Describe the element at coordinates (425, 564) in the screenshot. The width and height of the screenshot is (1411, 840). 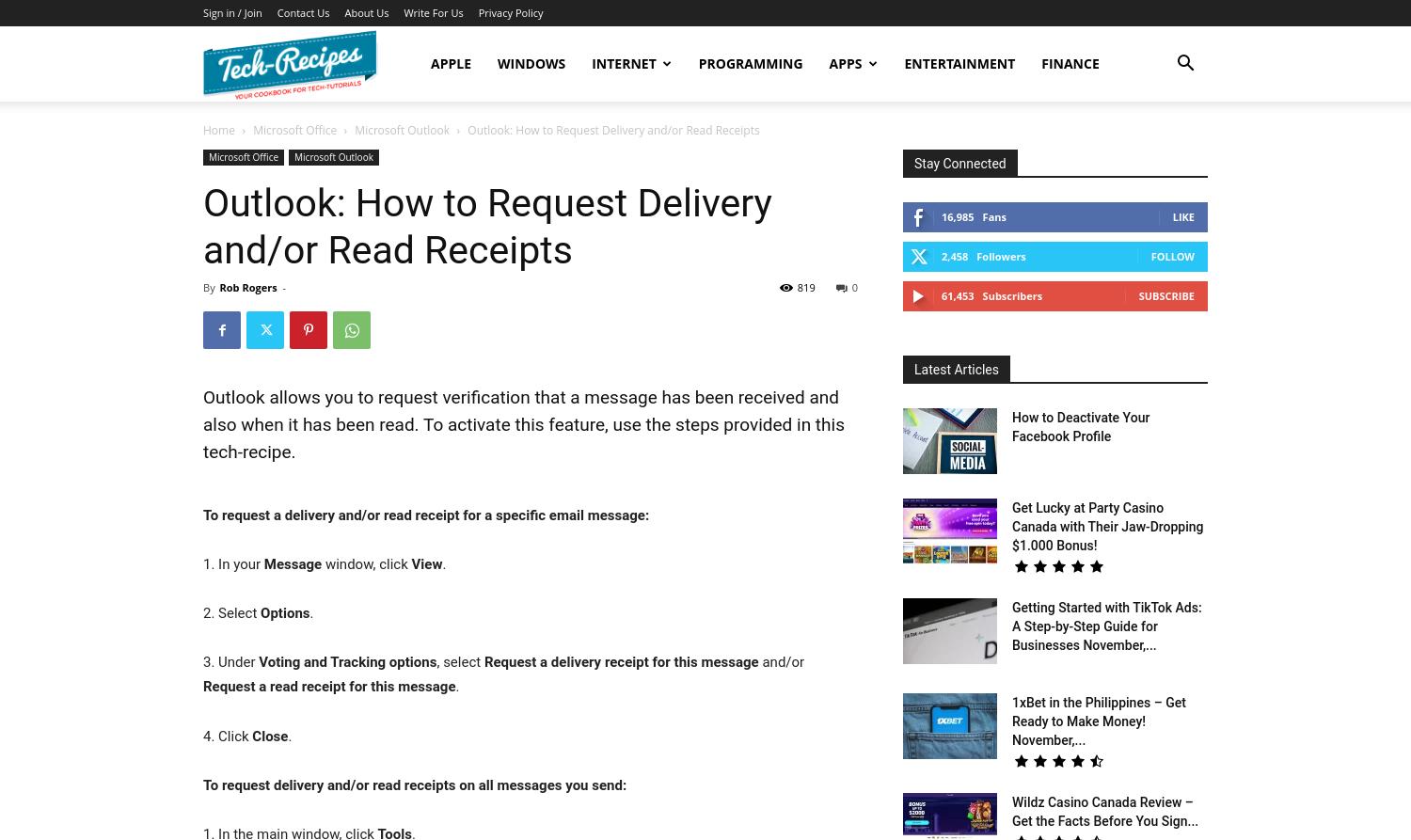
I see `'View'` at that location.